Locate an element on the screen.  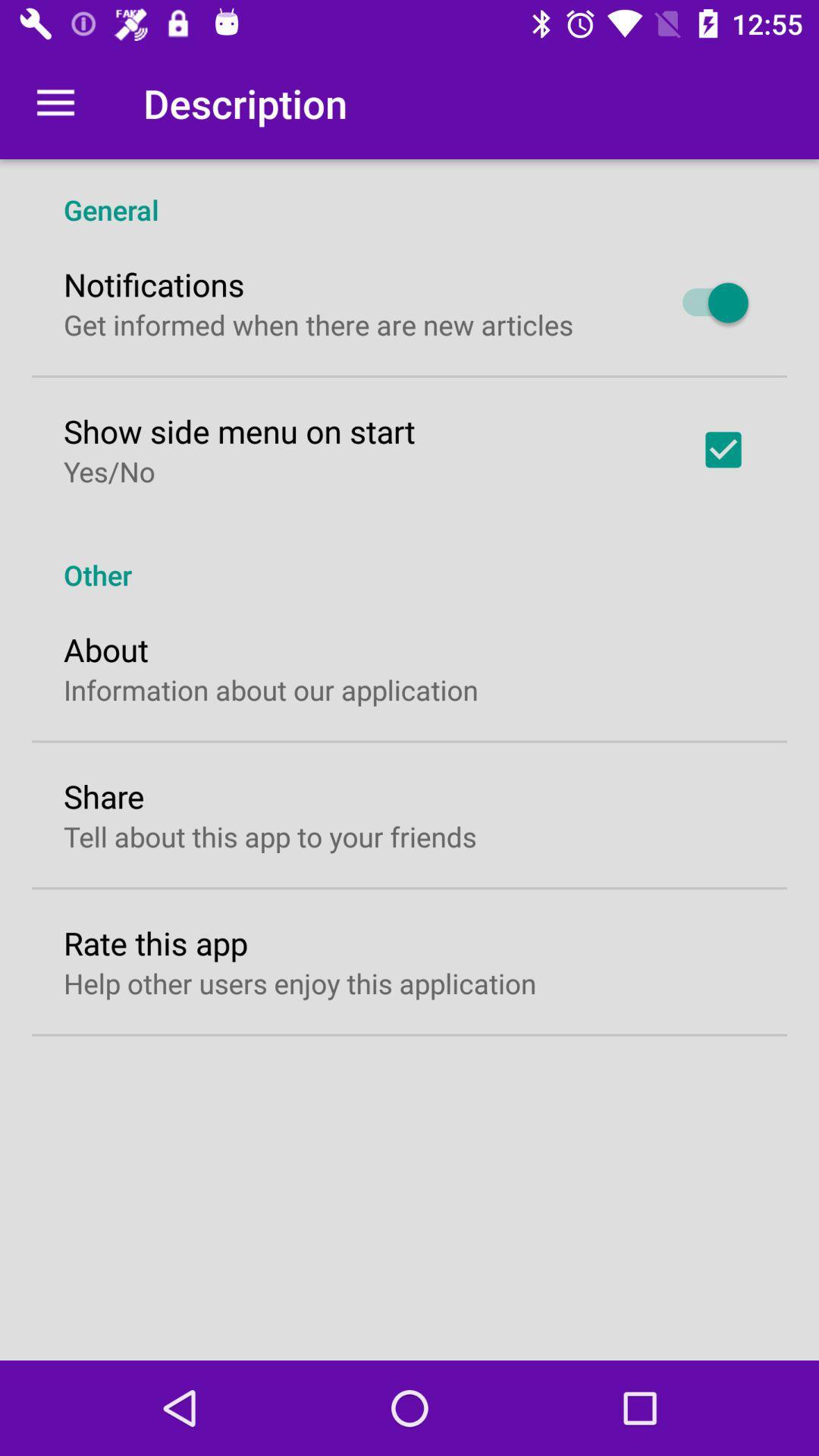
icon above general is located at coordinates (55, 102).